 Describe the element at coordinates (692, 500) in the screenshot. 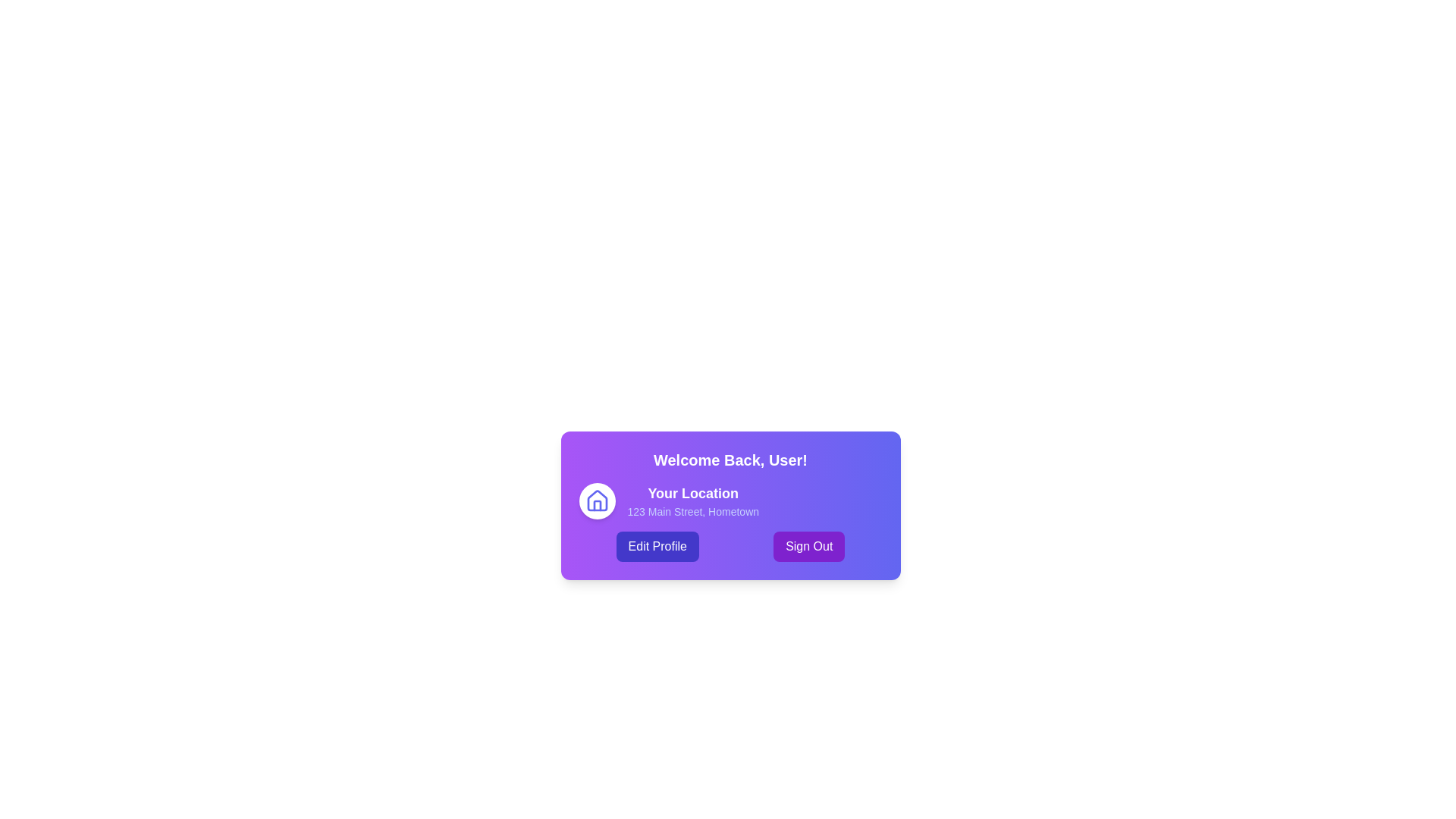

I see `the Text Display Section that indicates the user's current or pre-configured location, which is located in the upper portion of a purple card interface, adjacent to a house icon and above the 'Edit Profile' and 'Sign Out' buttons` at that location.